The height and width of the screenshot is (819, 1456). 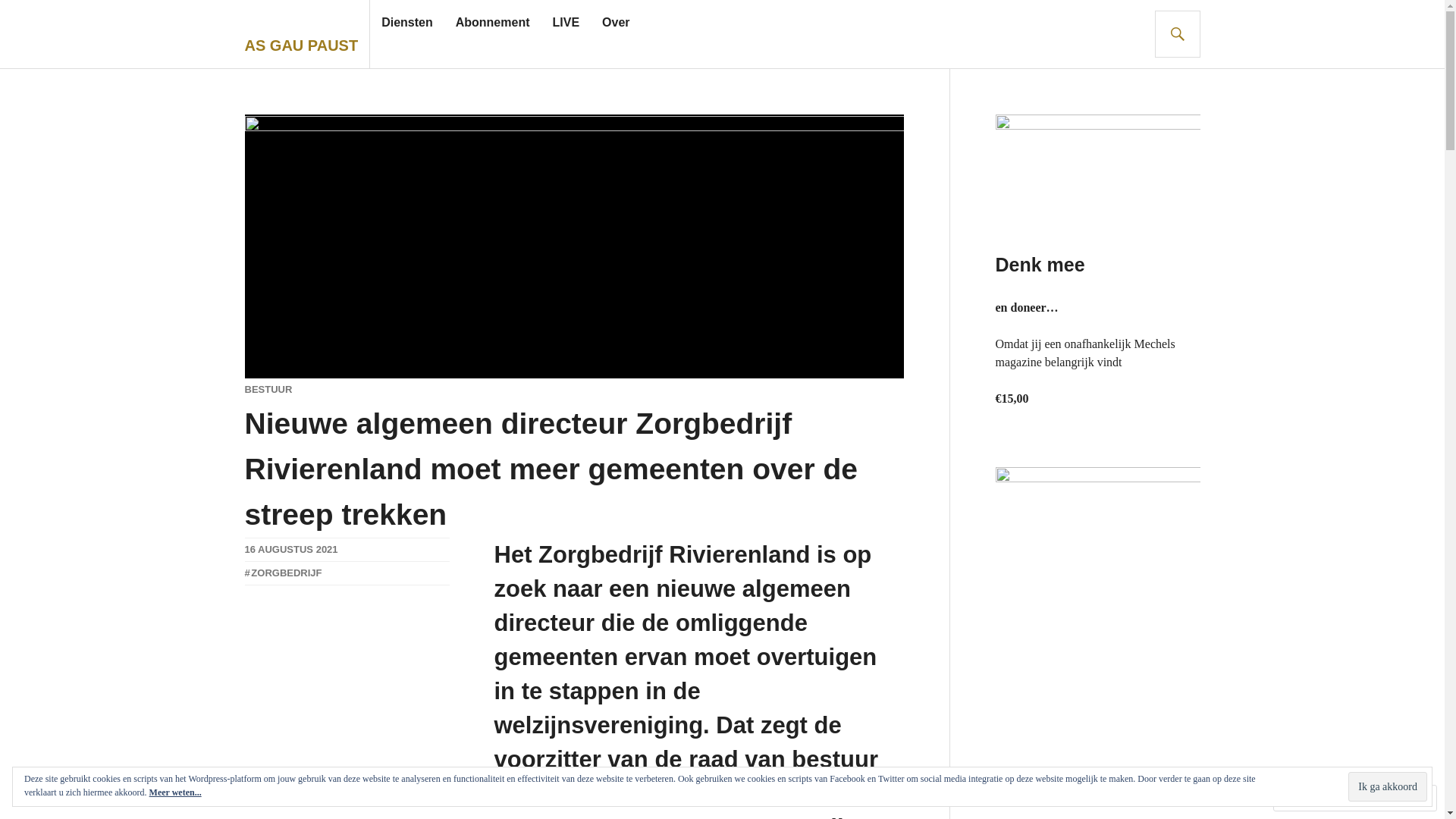 I want to click on 'BESTUUR', so click(x=268, y=388).